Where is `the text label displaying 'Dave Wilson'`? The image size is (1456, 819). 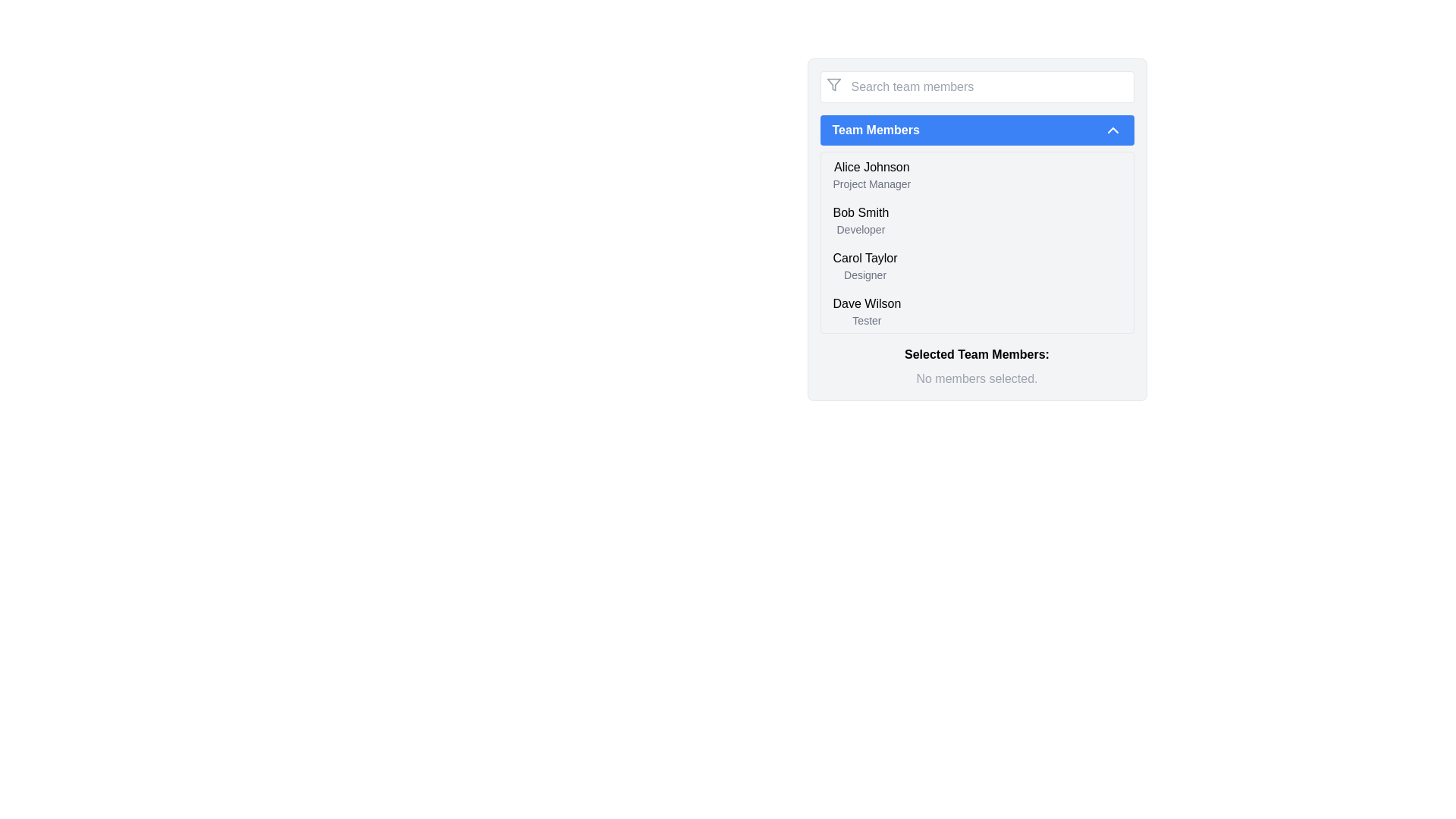
the text label displaying 'Dave Wilson' is located at coordinates (867, 311).